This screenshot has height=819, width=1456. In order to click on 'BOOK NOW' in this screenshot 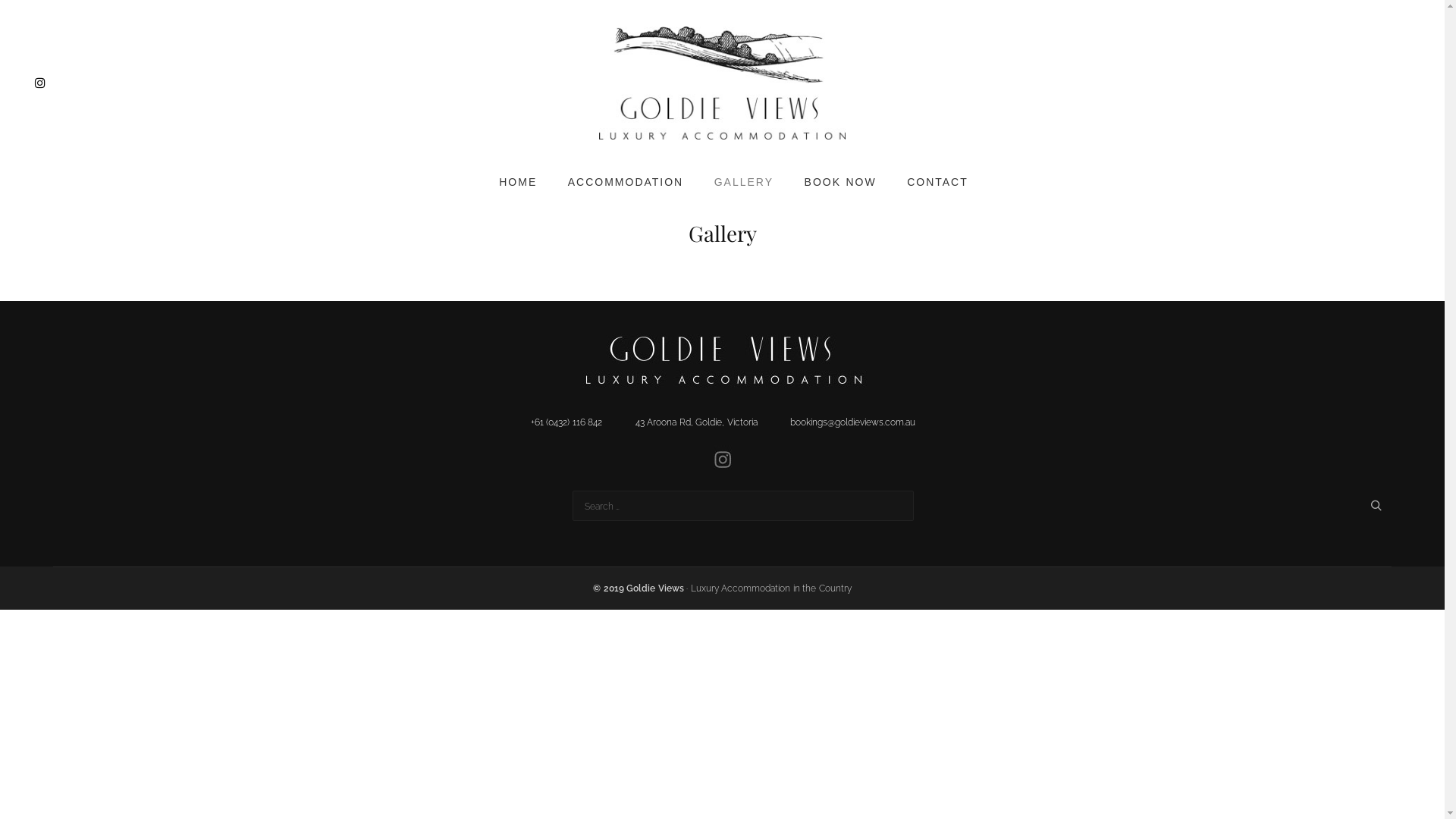, I will do `click(839, 180)`.